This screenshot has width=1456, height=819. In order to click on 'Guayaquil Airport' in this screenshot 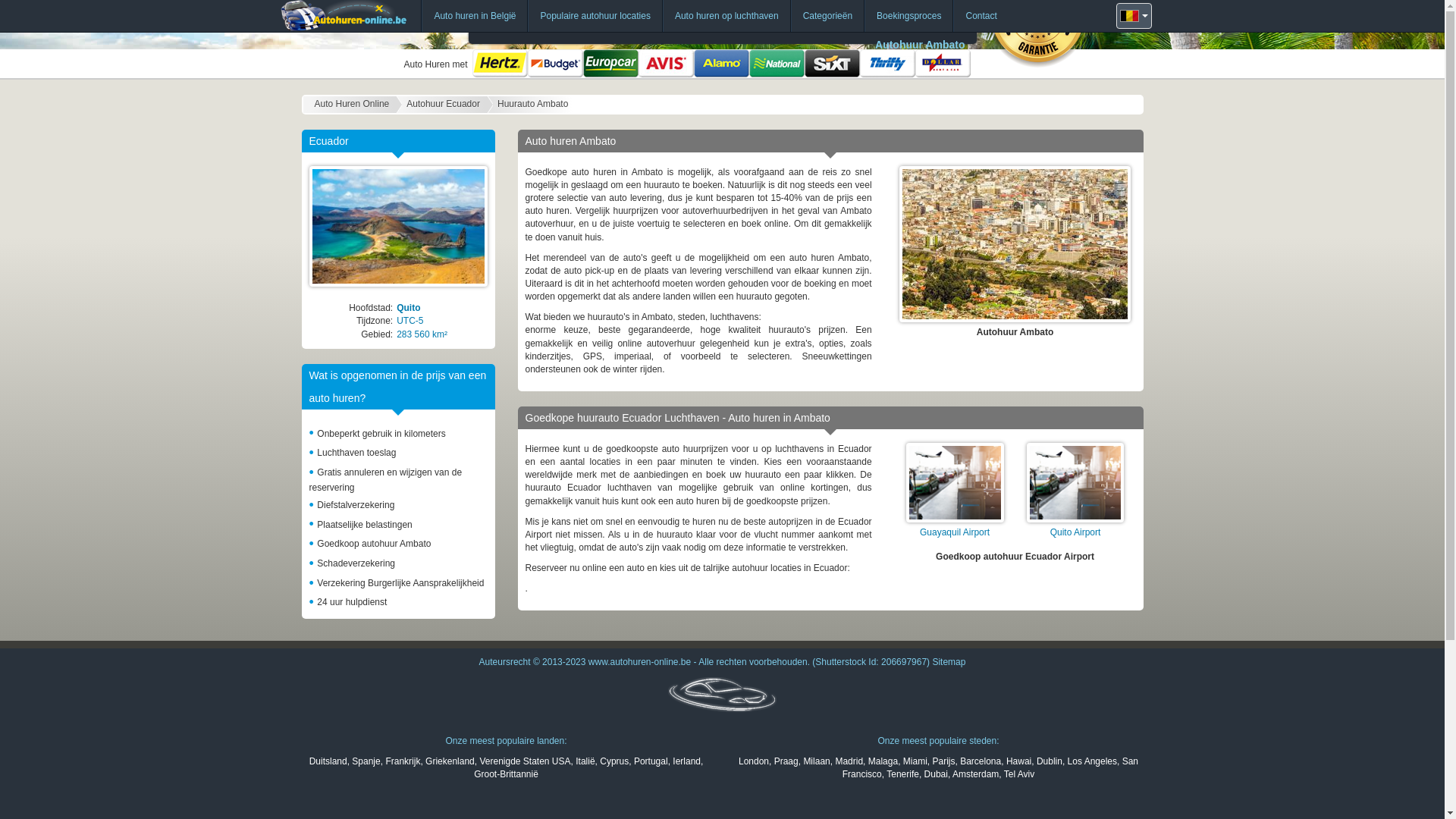, I will do `click(953, 532)`.